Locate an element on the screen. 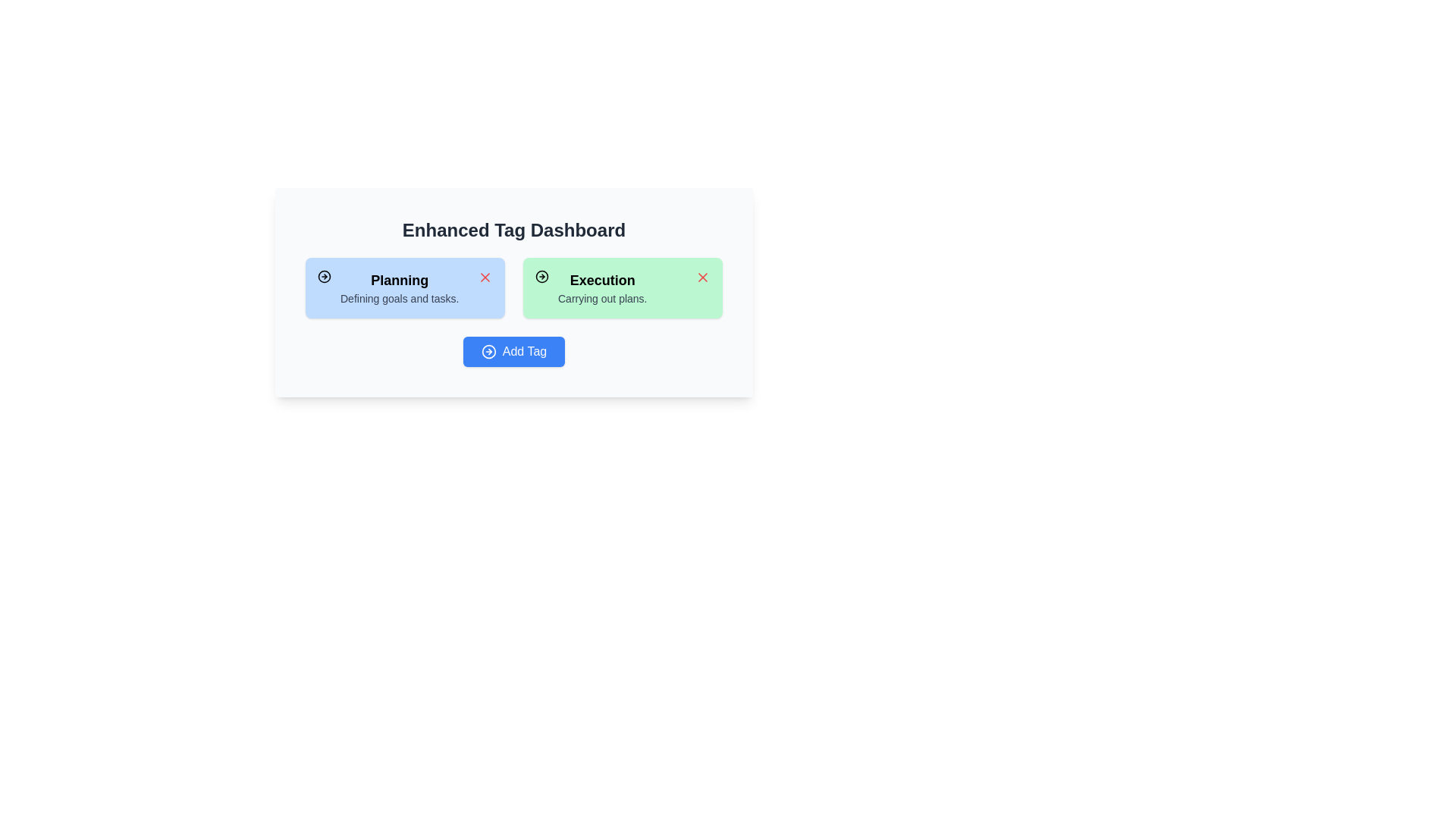 The image size is (1456, 819). the outermost circular SVG shape with a 2px wide stroke located within the 'Planning' card on the left side of the main interface is located at coordinates (323, 277).